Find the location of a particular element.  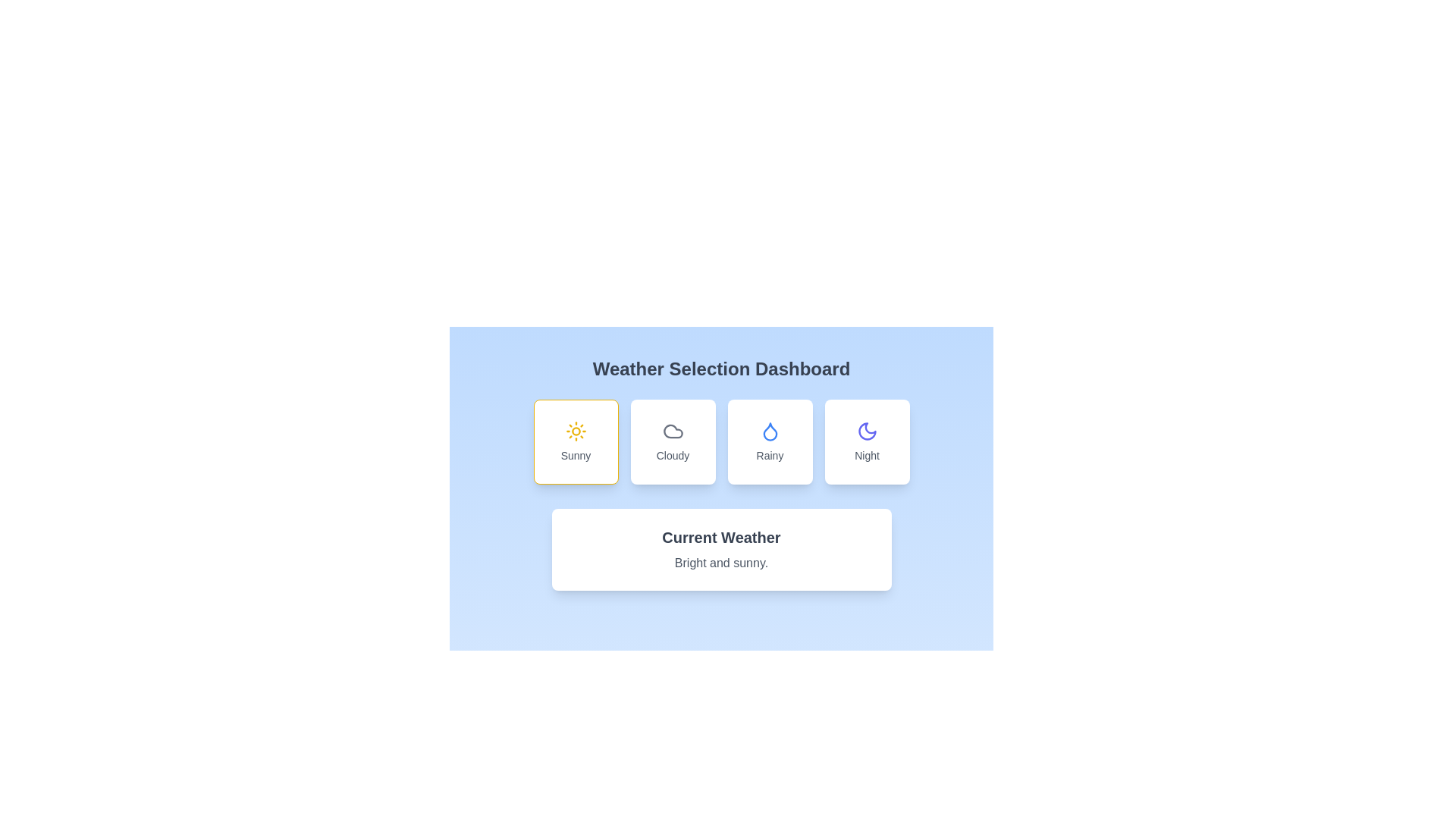

the 'Sunny' weather selection card, which features a sun icon in yellow and is outlined in yellow is located at coordinates (575, 441).